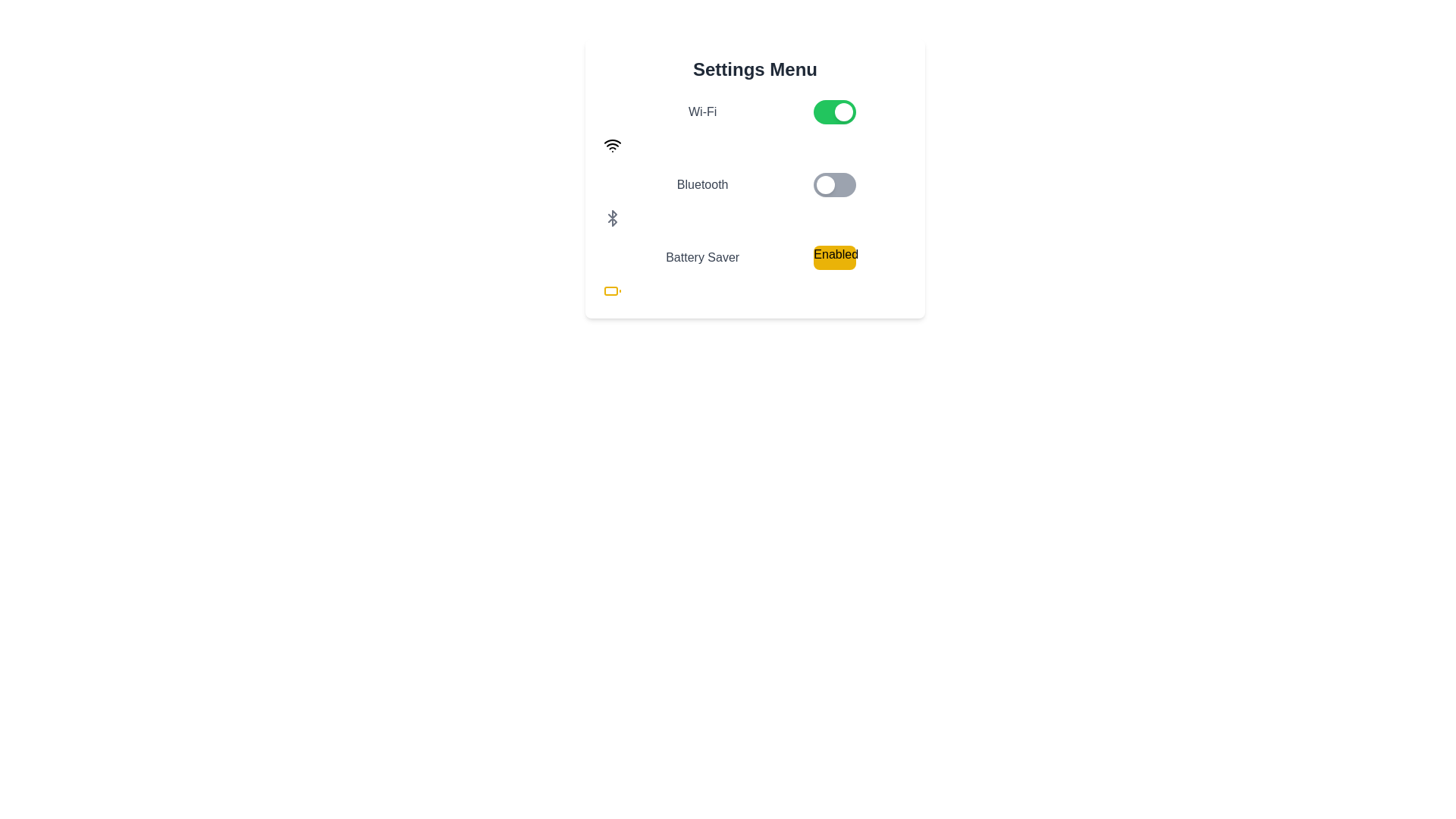  I want to click on the second static label in the vertical list that identifies the Bluetooth functionality, located between the 'Wi-Fi' and 'Battery Saver' labels, so click(701, 184).